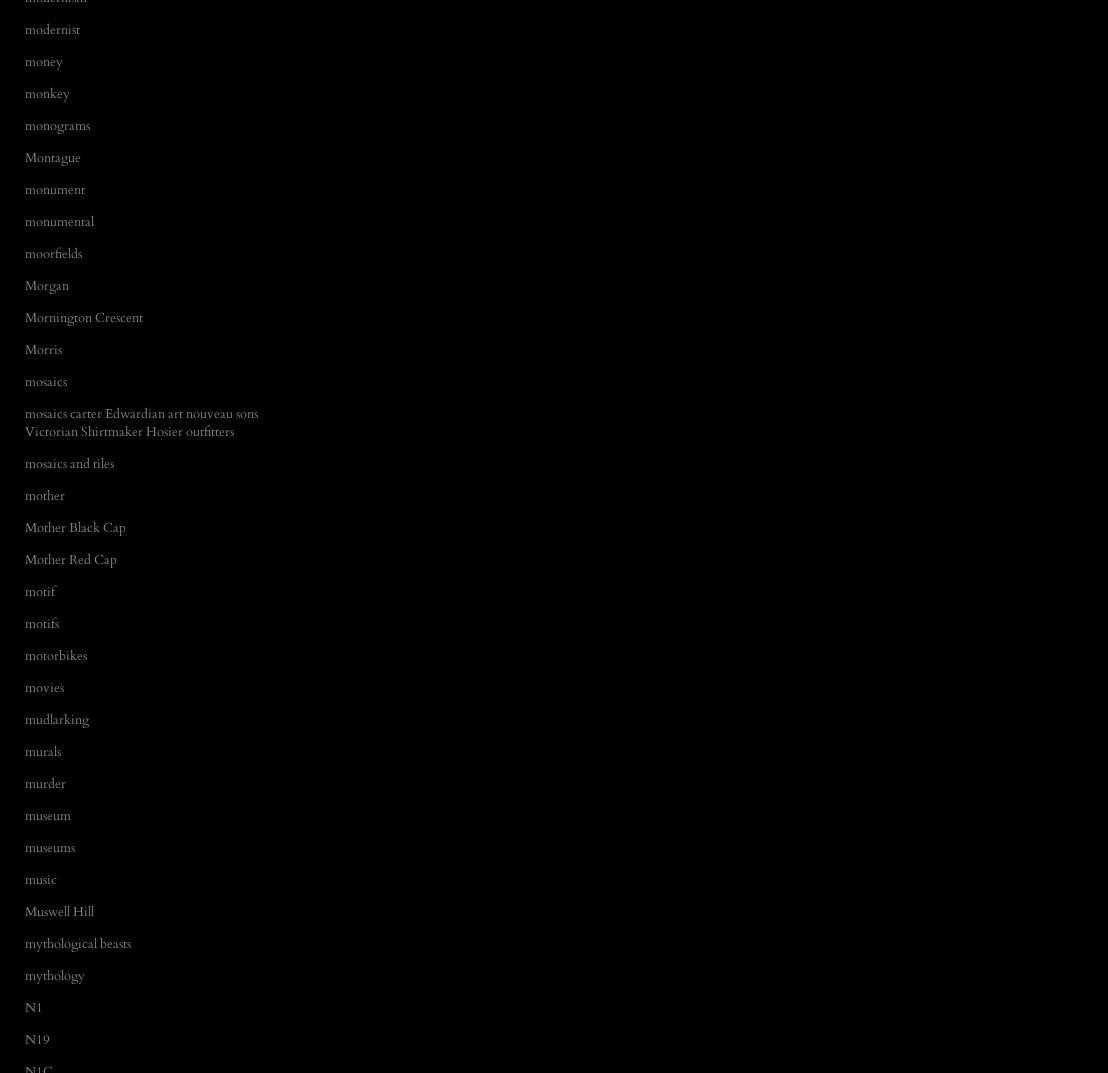  I want to click on 'motifs', so click(41, 621).